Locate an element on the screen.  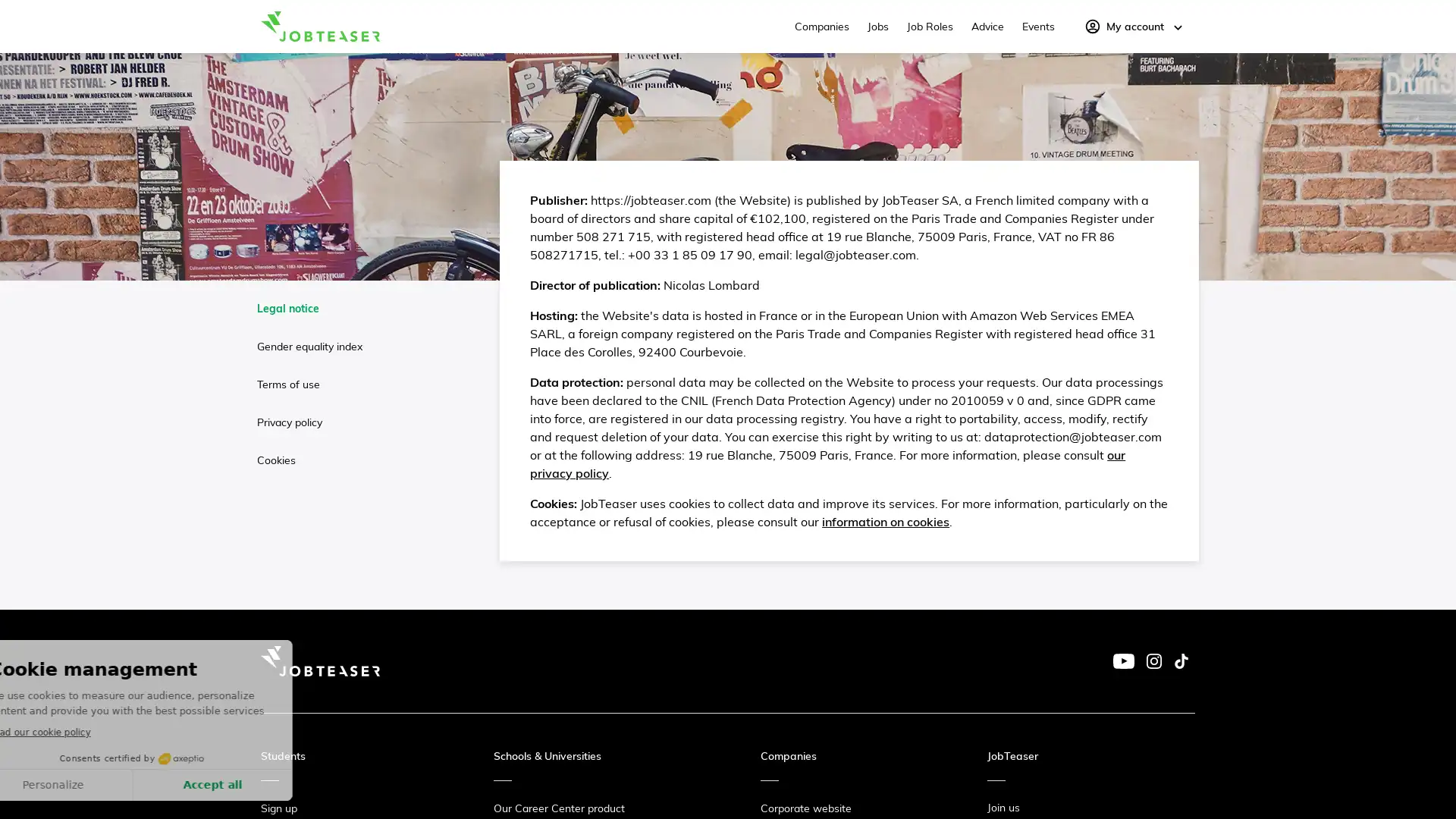
Consents certified by is located at coordinates (174, 758).